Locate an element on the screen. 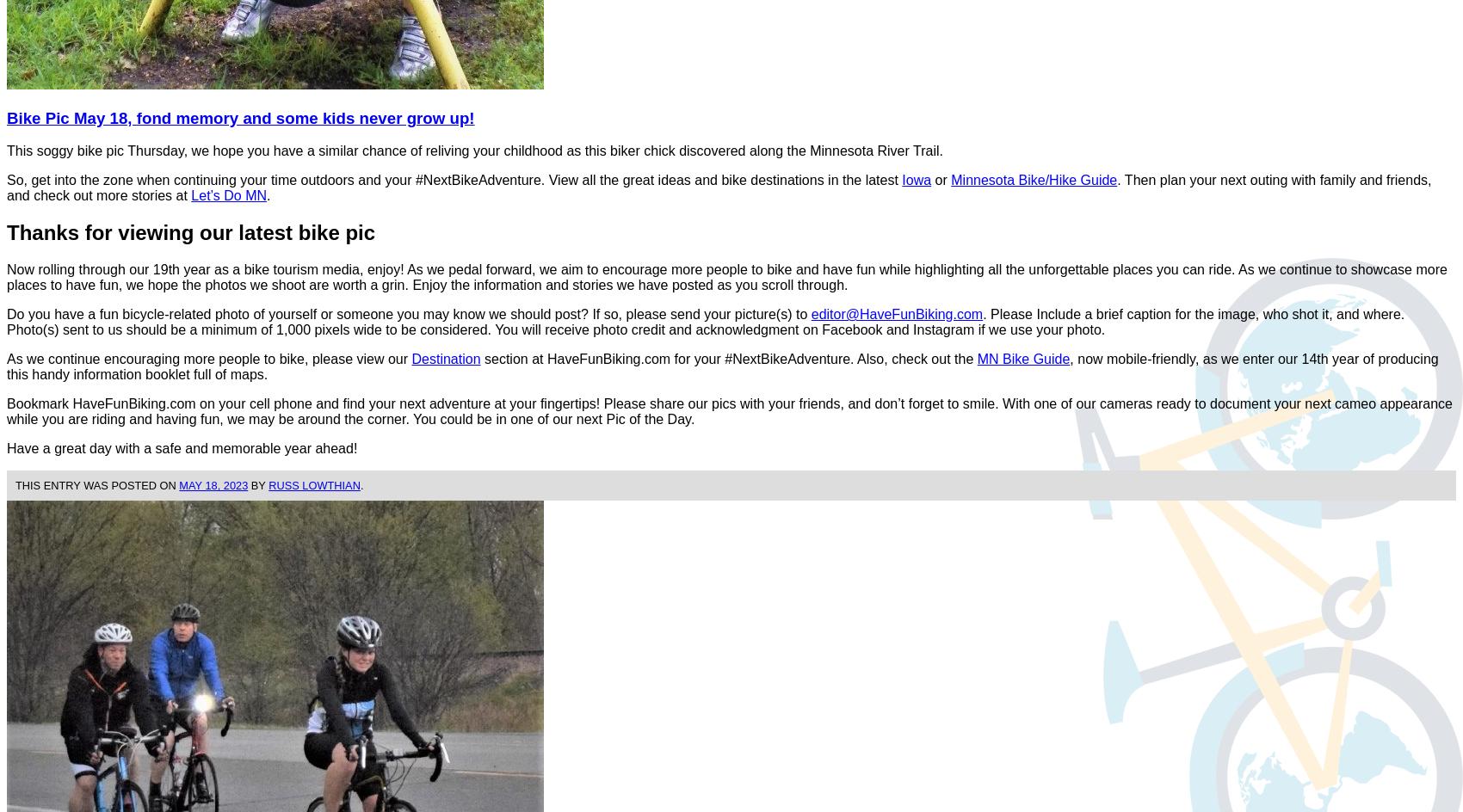  'on' is located at coordinates (168, 484).